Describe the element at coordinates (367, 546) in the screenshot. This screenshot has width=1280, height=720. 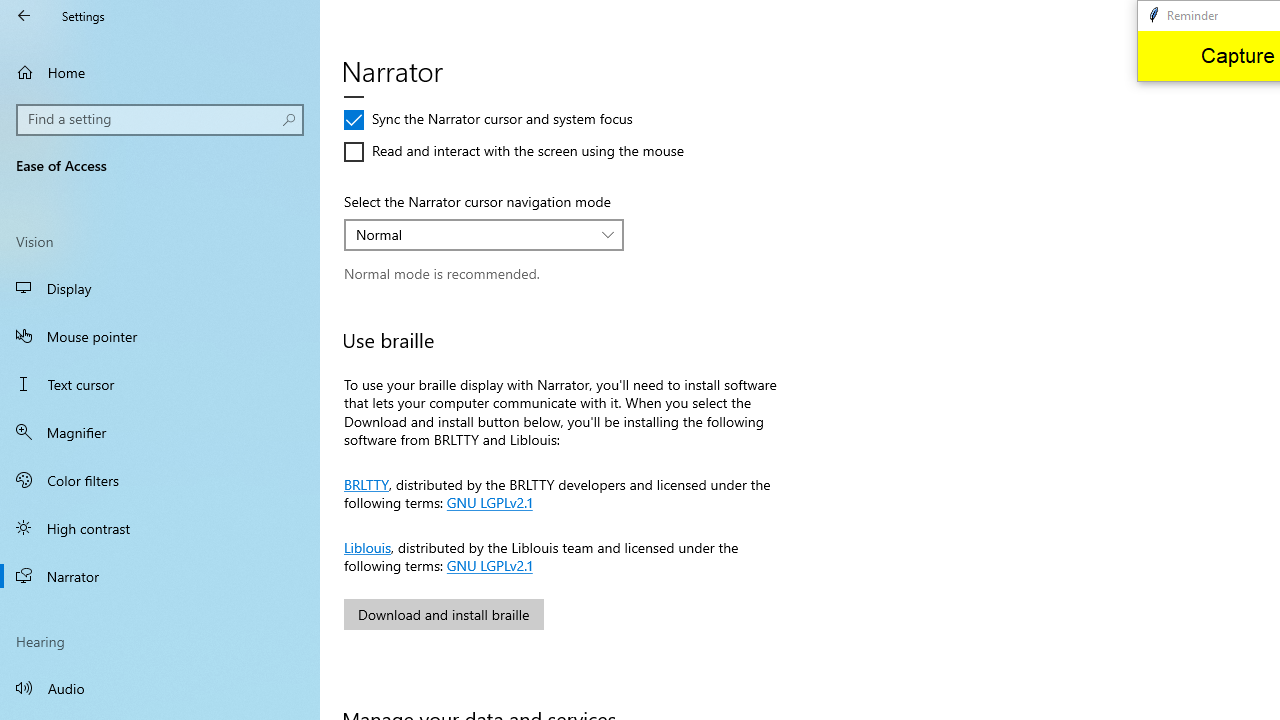
I see `'Liblouis'` at that location.